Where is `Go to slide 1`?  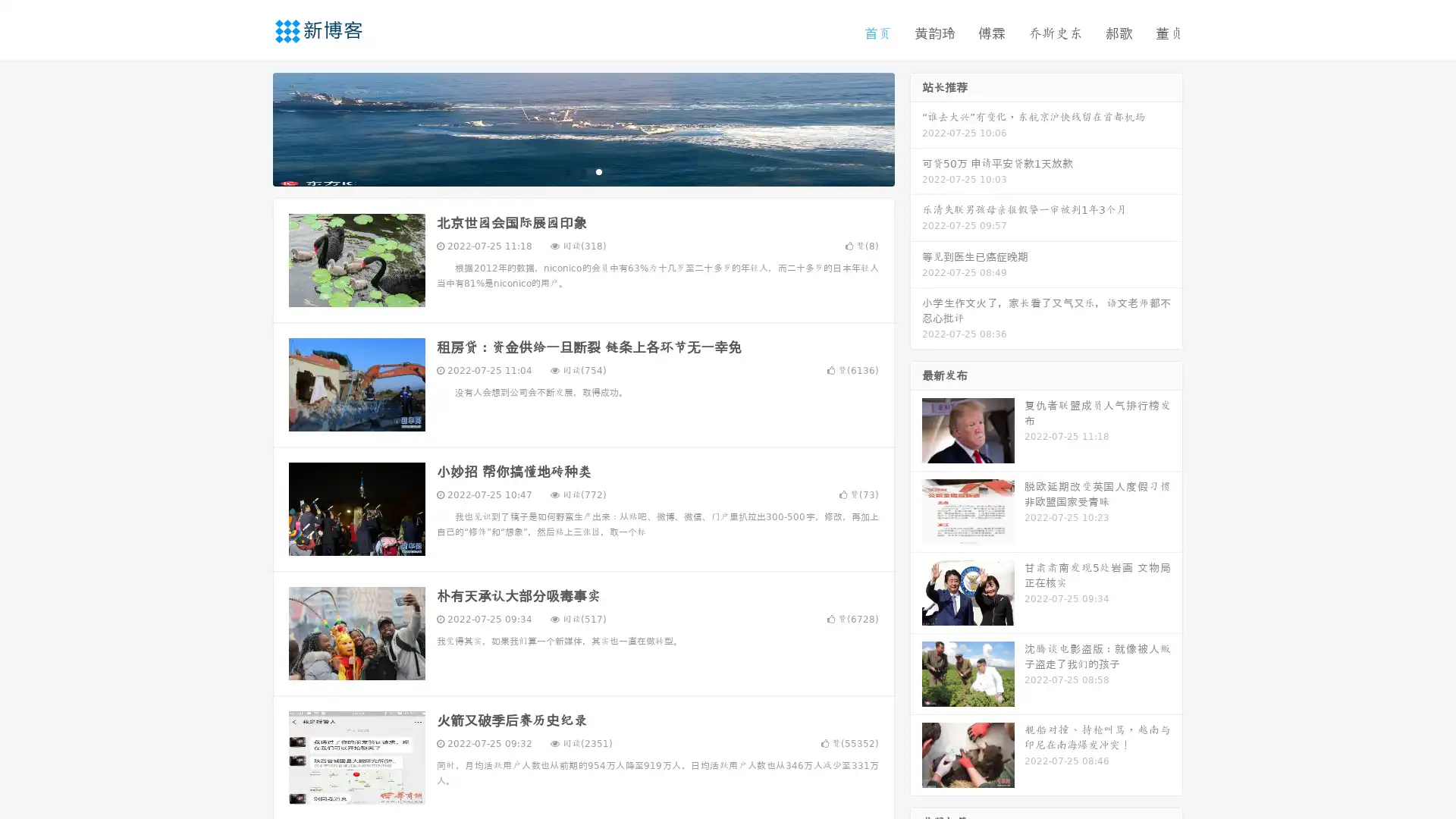 Go to slide 1 is located at coordinates (567, 171).